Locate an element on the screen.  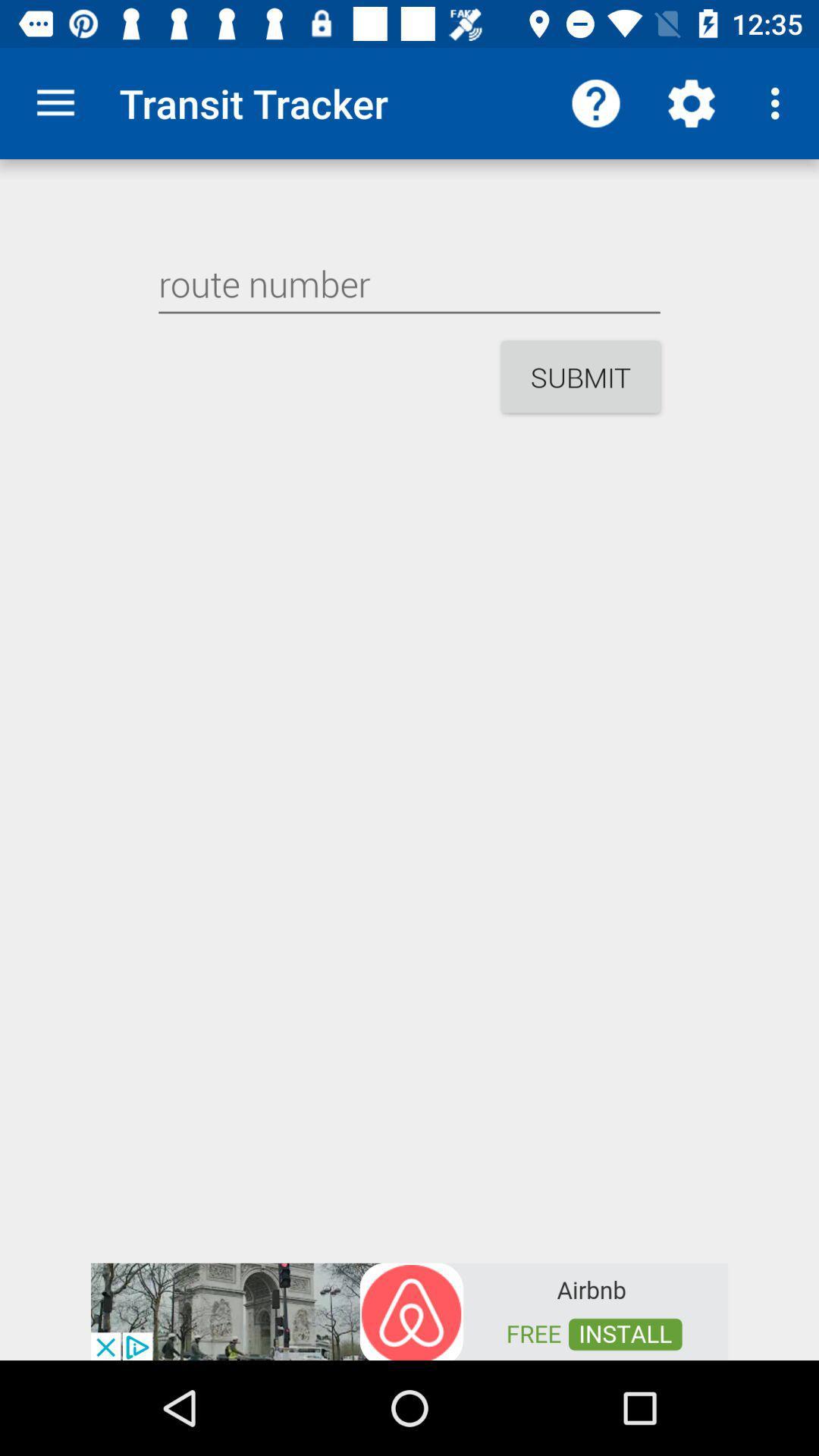
ender the text box is located at coordinates (409, 284).